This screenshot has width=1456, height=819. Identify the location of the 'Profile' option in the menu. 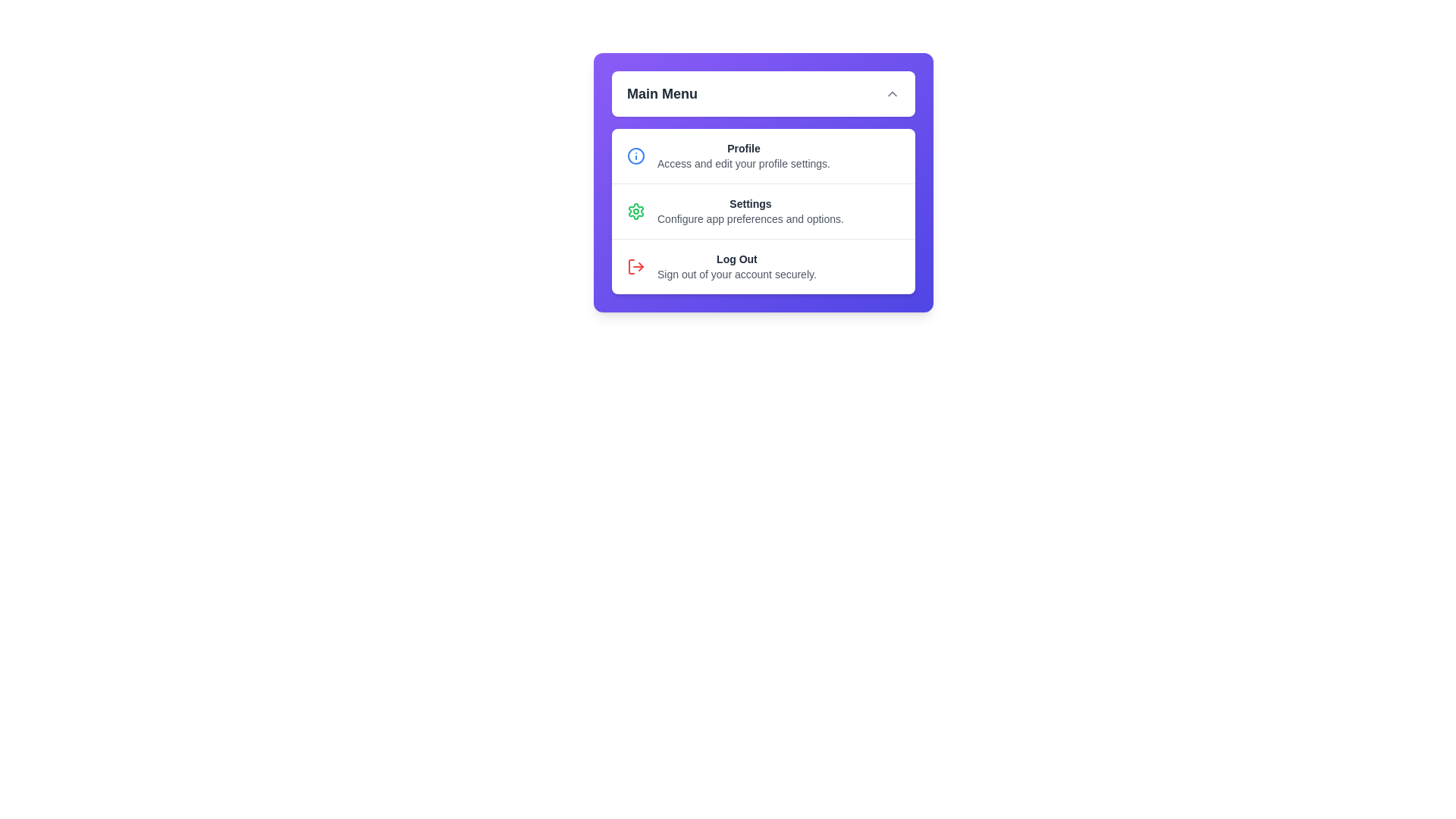
(764, 155).